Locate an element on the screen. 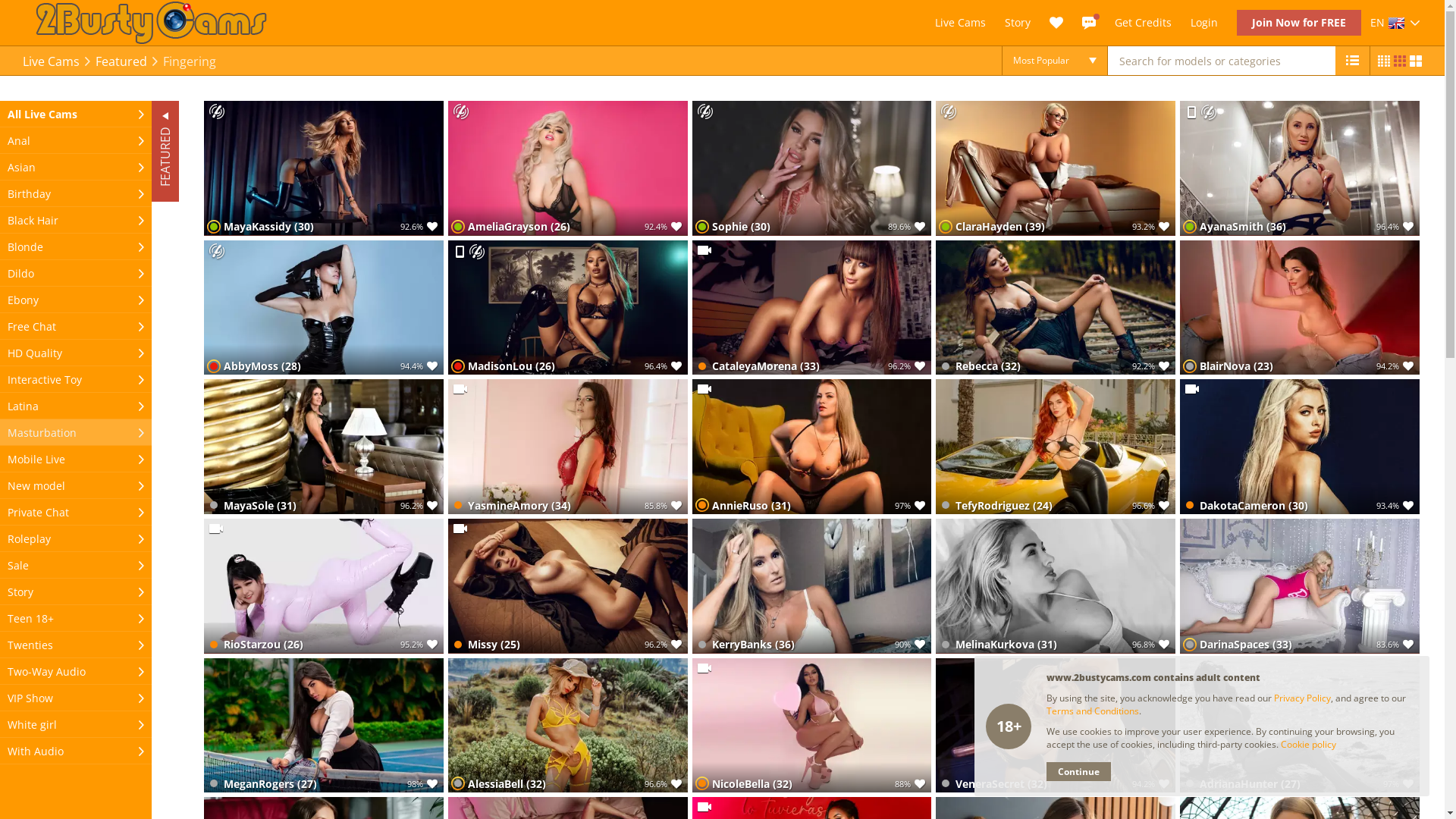 The height and width of the screenshot is (819, 1456). 'Mobile Live' is located at coordinates (75, 458).